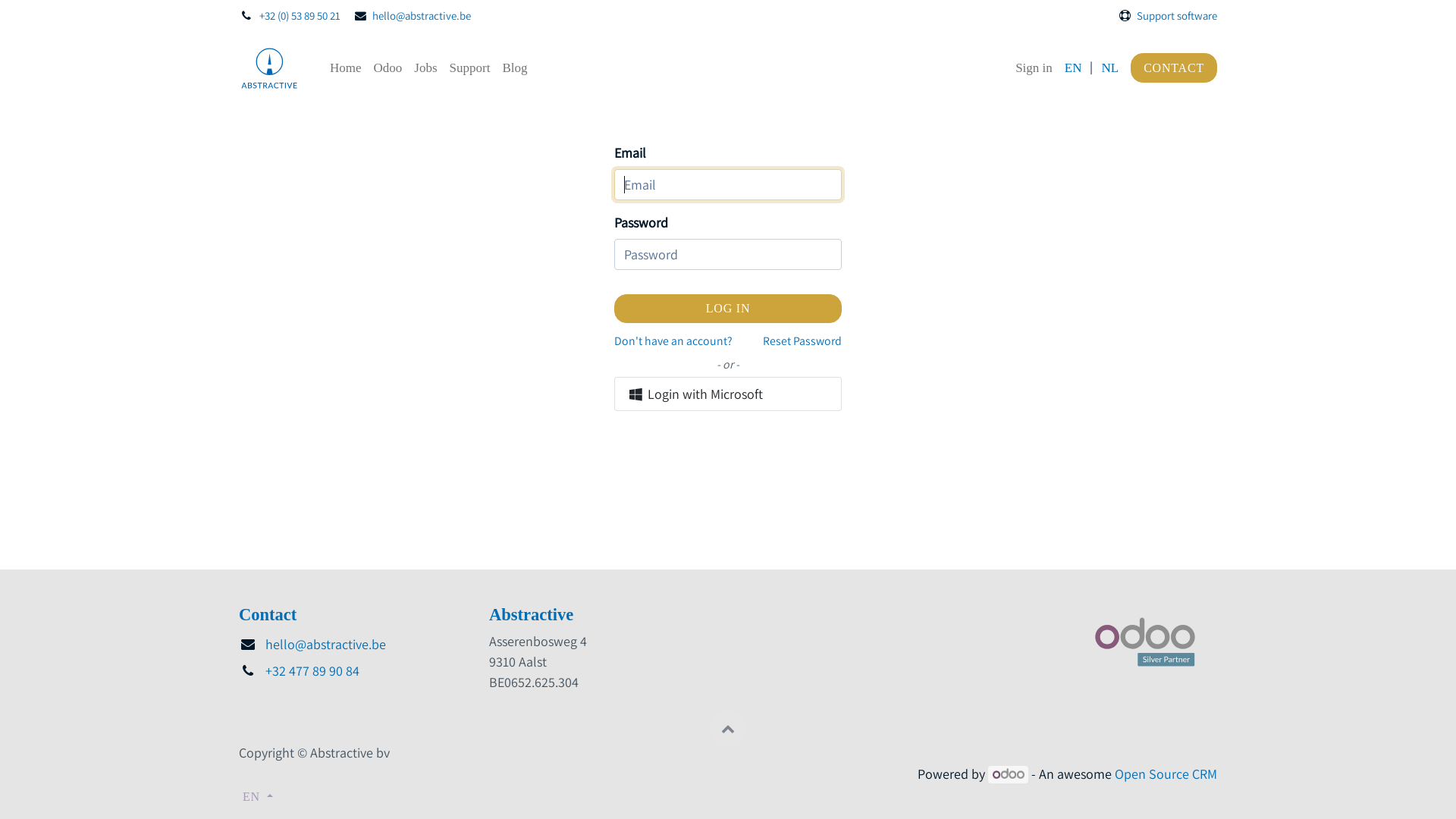 The width and height of the screenshot is (1456, 819). I want to click on 'Don't have an account?', so click(673, 341).